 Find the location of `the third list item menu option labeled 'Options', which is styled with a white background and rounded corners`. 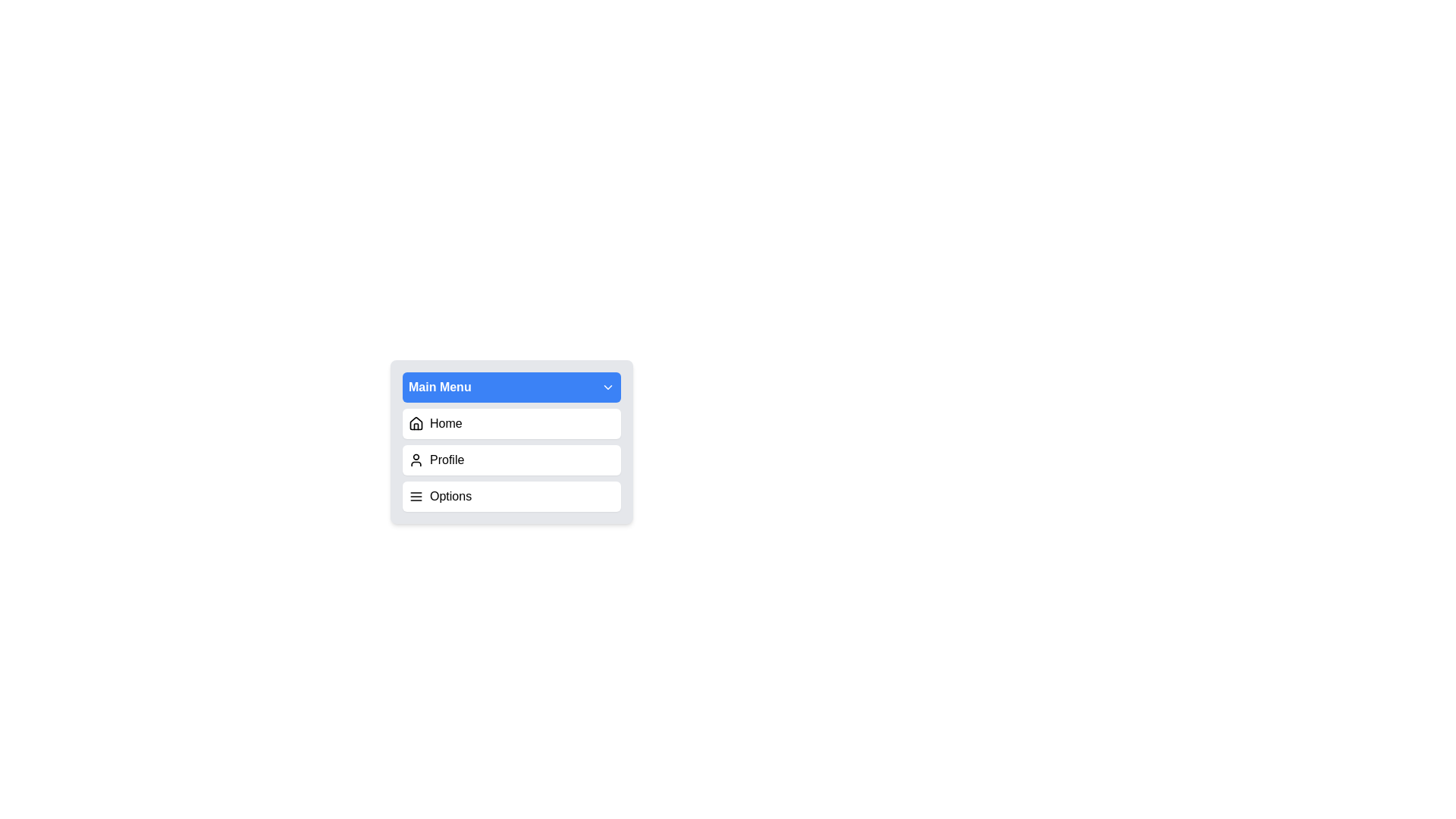

the third list item menu option labeled 'Options', which is styled with a white background and rounded corners is located at coordinates (512, 497).